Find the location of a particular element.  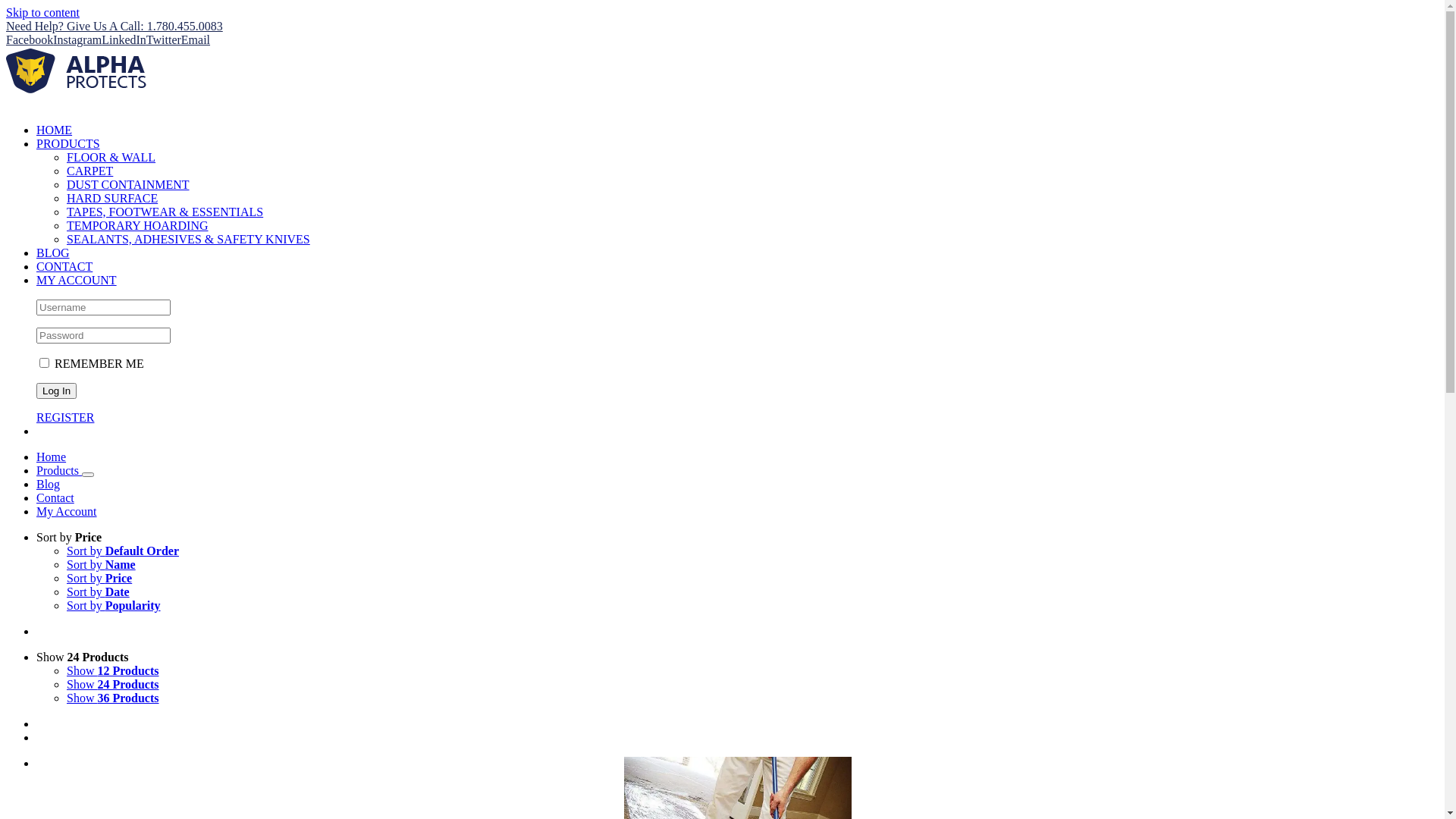

'Instagram' is located at coordinates (53, 39).